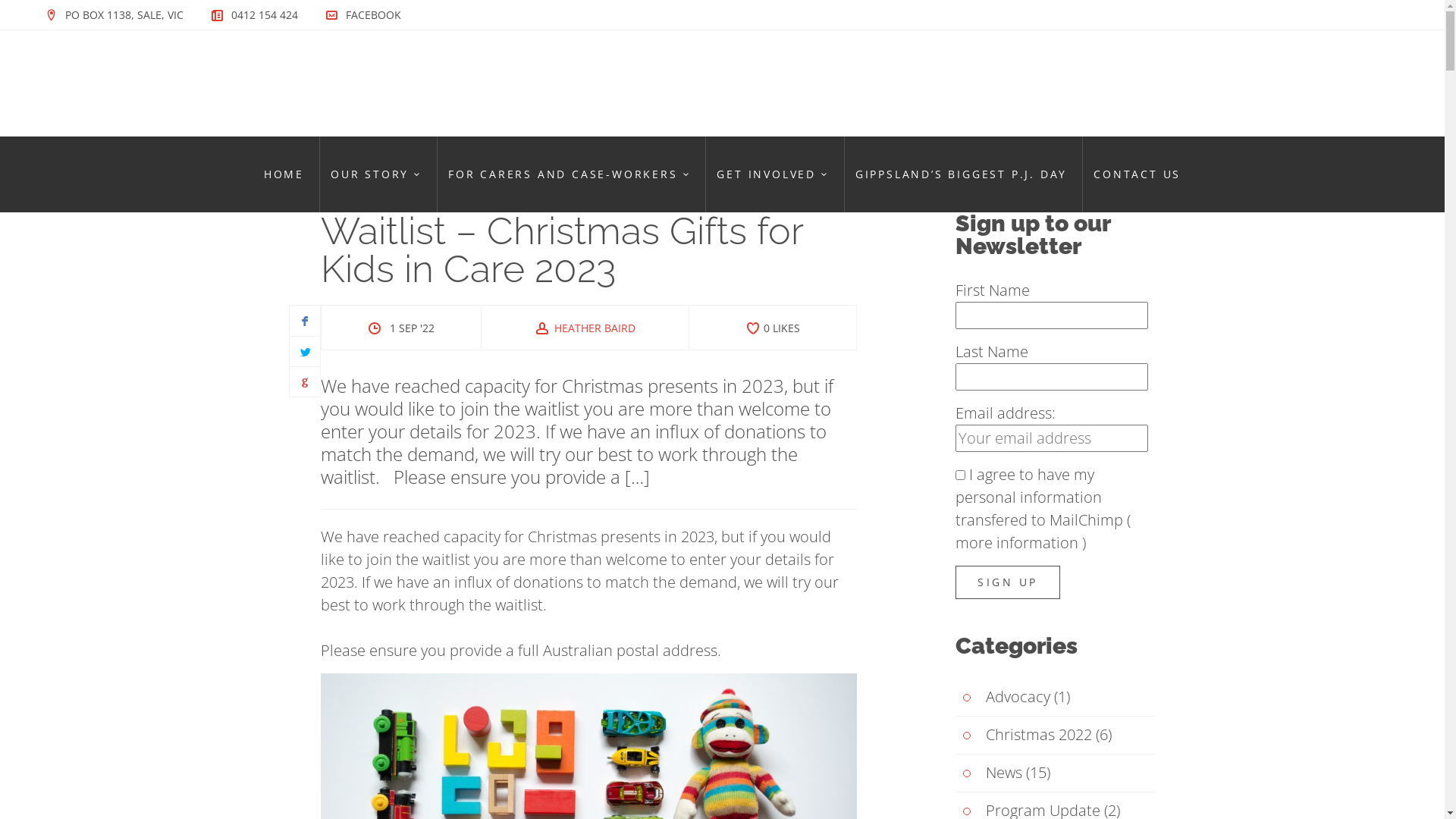 Image resolution: width=1456 pixels, height=819 pixels. I want to click on 'Christmas 2022', so click(1023, 734).